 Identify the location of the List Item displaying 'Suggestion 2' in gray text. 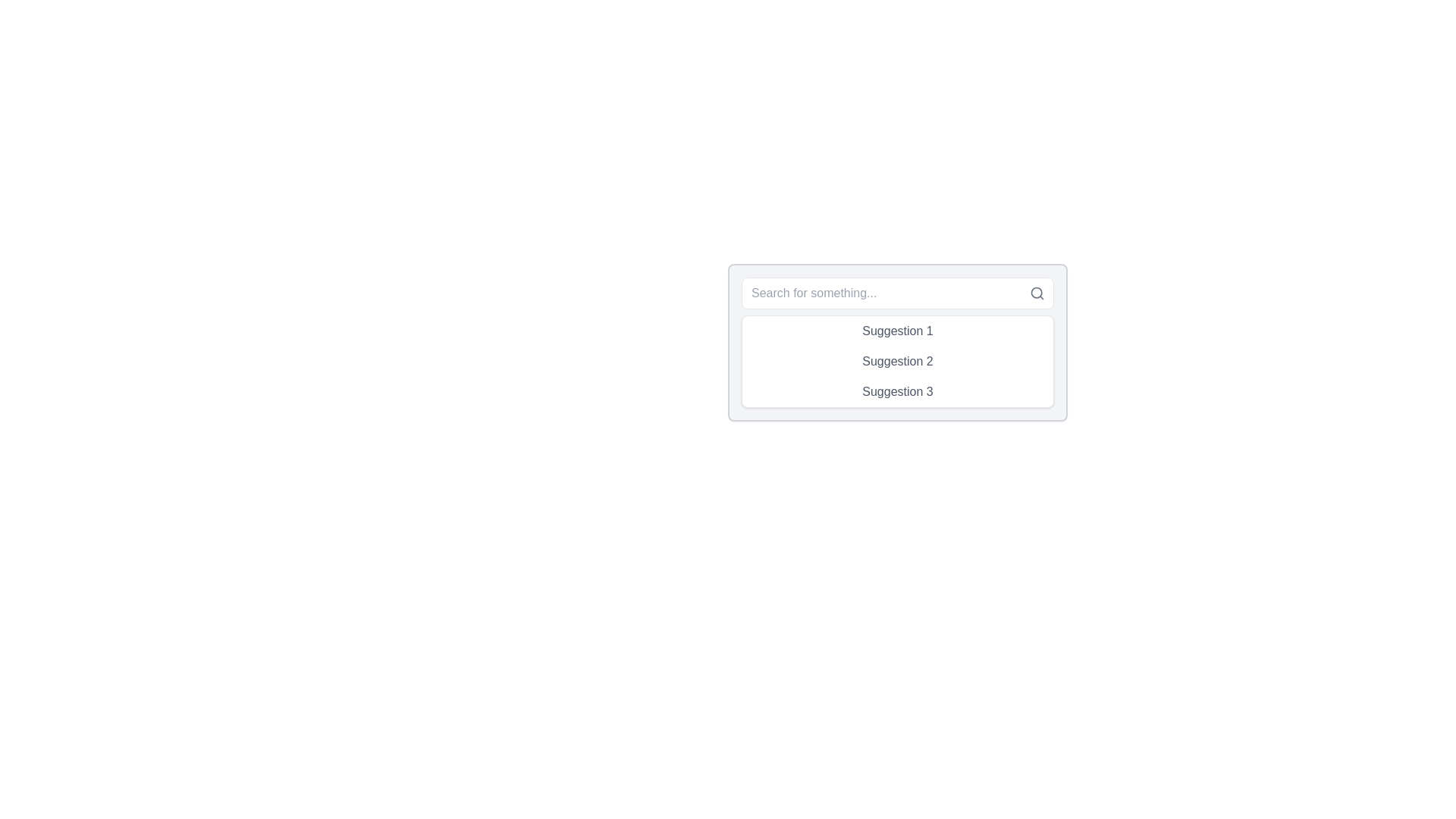
(898, 362).